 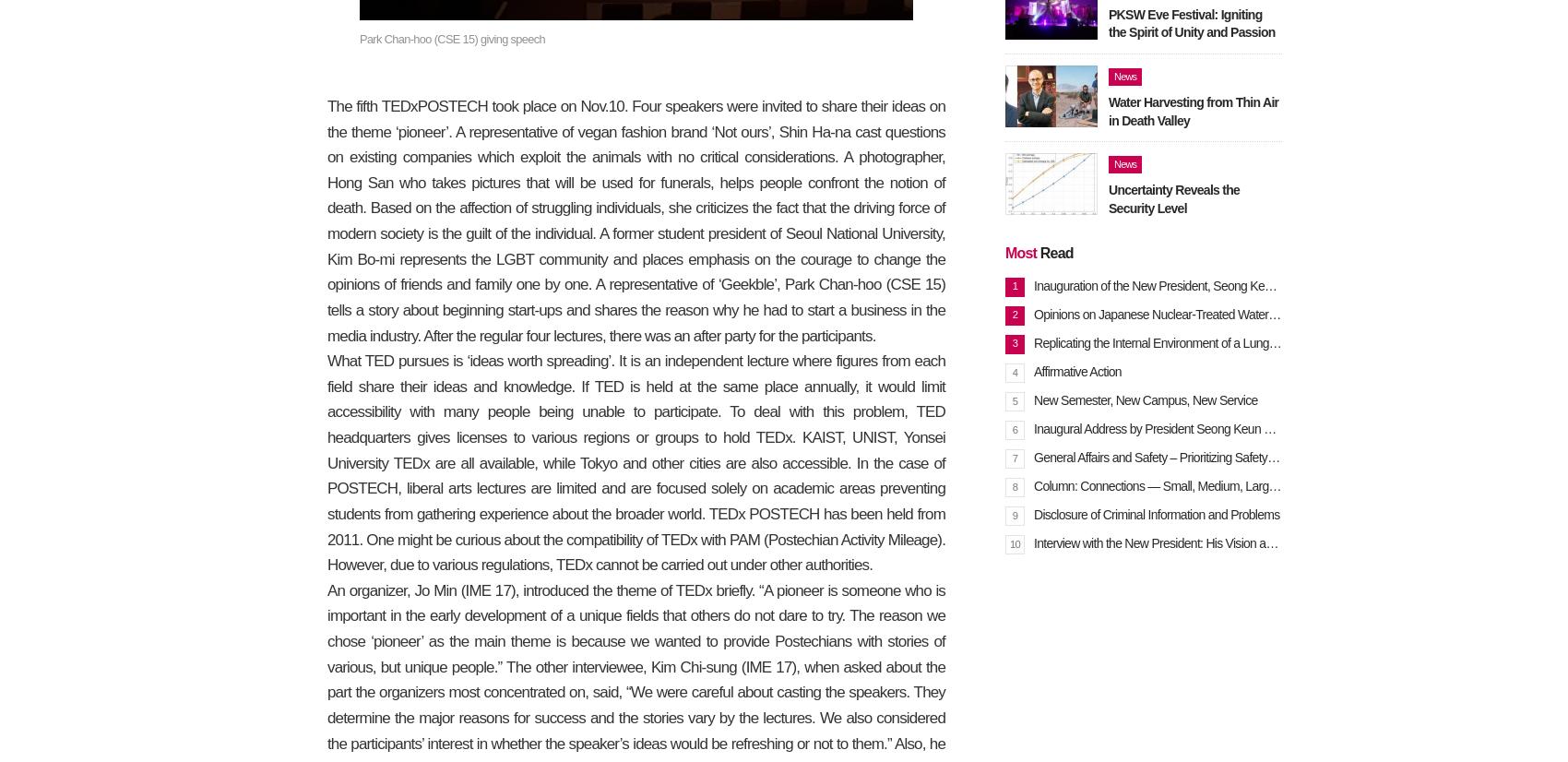 I want to click on 'Column: Connections — Small, Medium, Large, and Special', so click(x=1187, y=483).